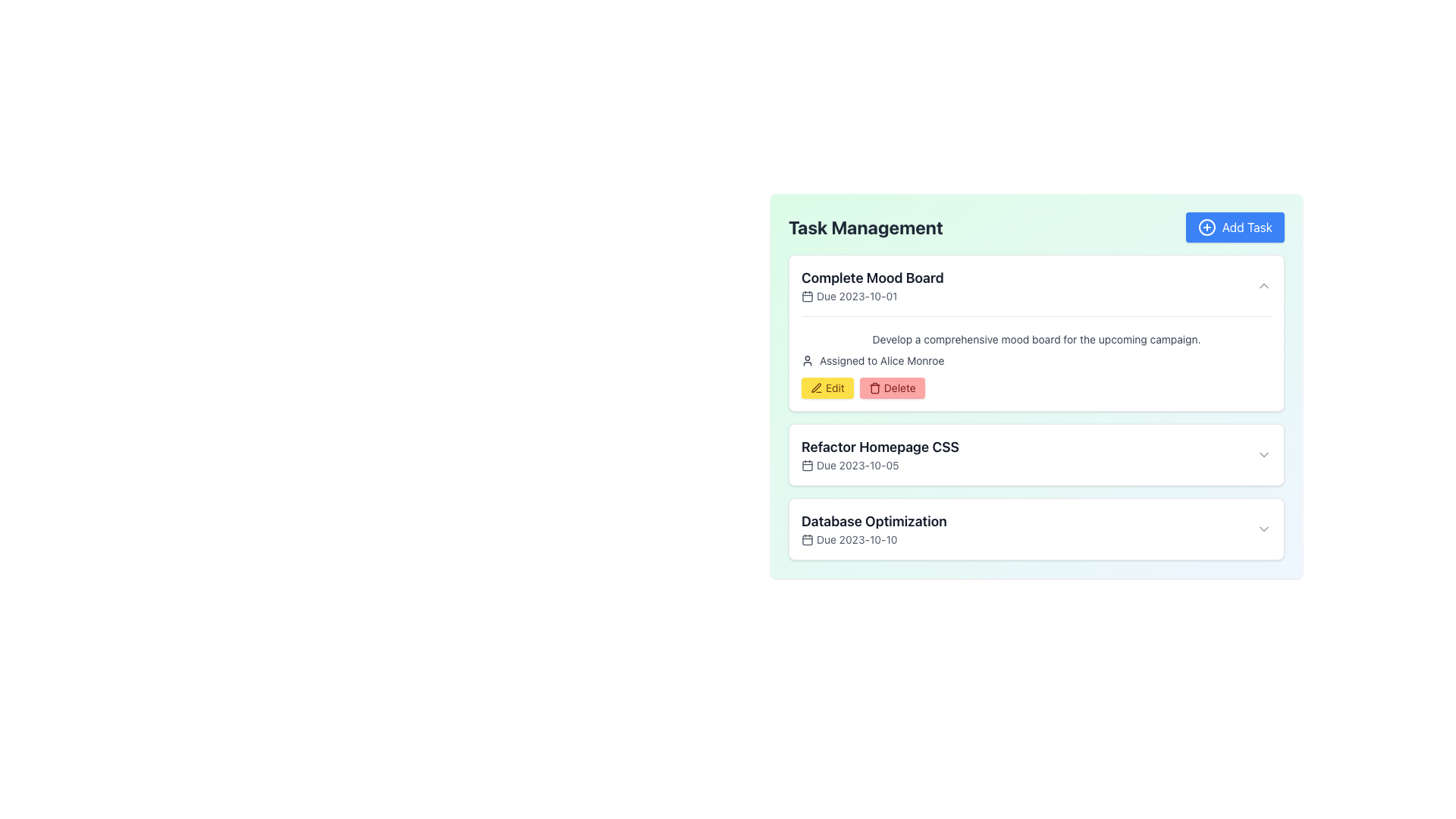 This screenshot has height=819, width=1456. I want to click on the static text element that displays 'Develop a comprehensive mood board for the upcoming campaign.' located below the task title in the task management interface, so click(1036, 338).